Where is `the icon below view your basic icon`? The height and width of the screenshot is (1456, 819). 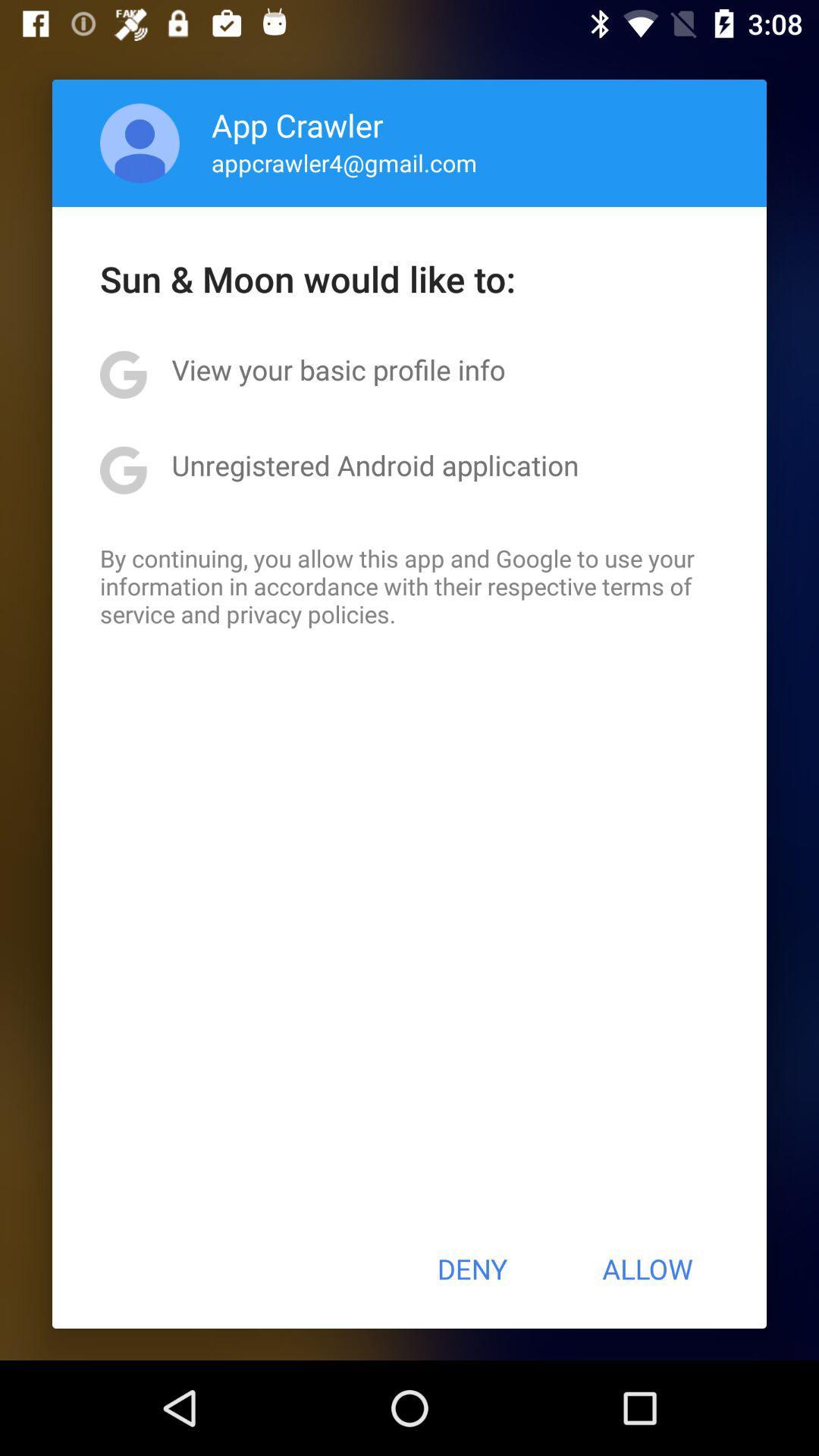
the icon below view your basic icon is located at coordinates (375, 464).